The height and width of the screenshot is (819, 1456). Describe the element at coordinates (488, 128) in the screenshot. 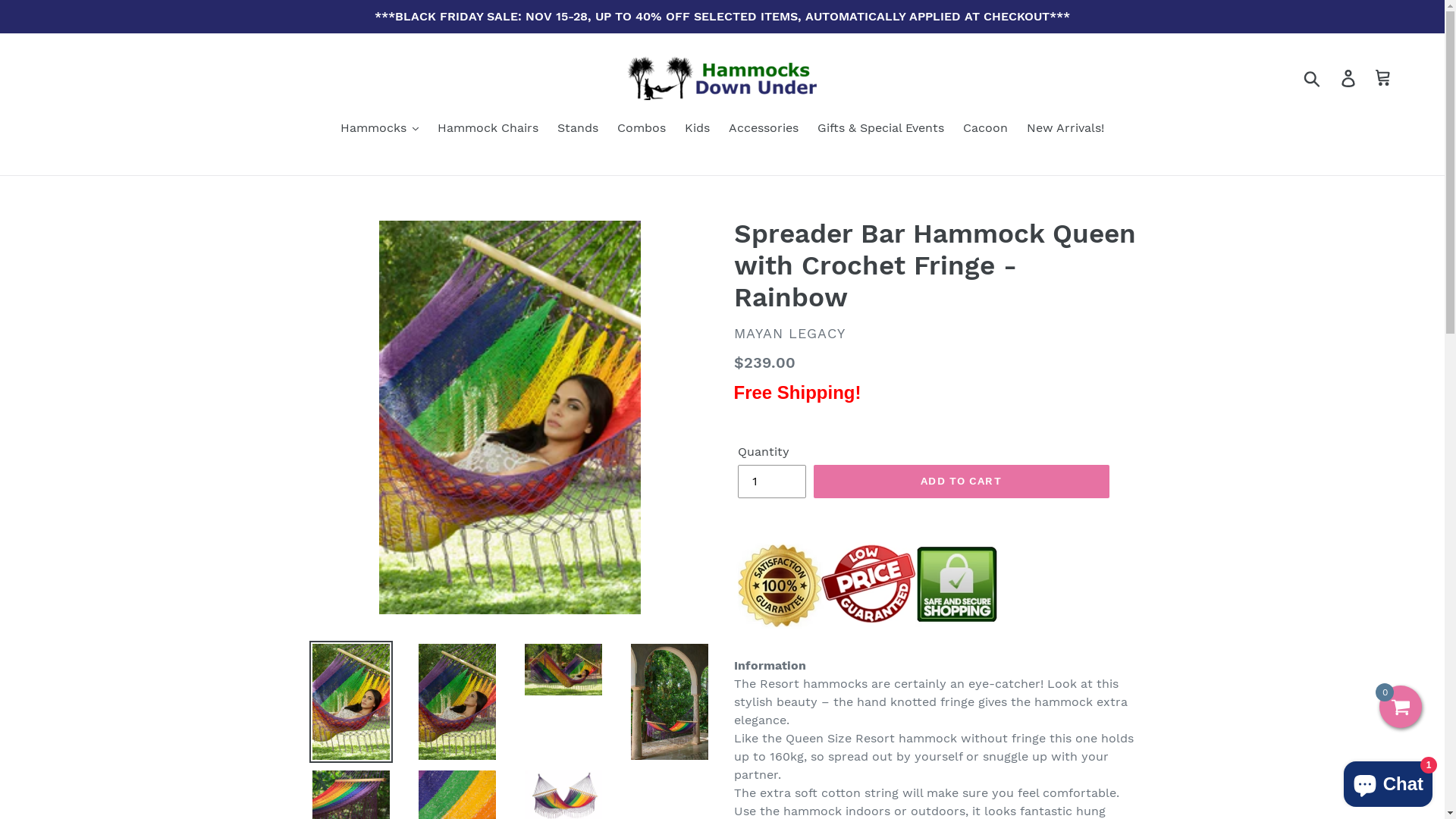

I see `'Hammock Chairs'` at that location.